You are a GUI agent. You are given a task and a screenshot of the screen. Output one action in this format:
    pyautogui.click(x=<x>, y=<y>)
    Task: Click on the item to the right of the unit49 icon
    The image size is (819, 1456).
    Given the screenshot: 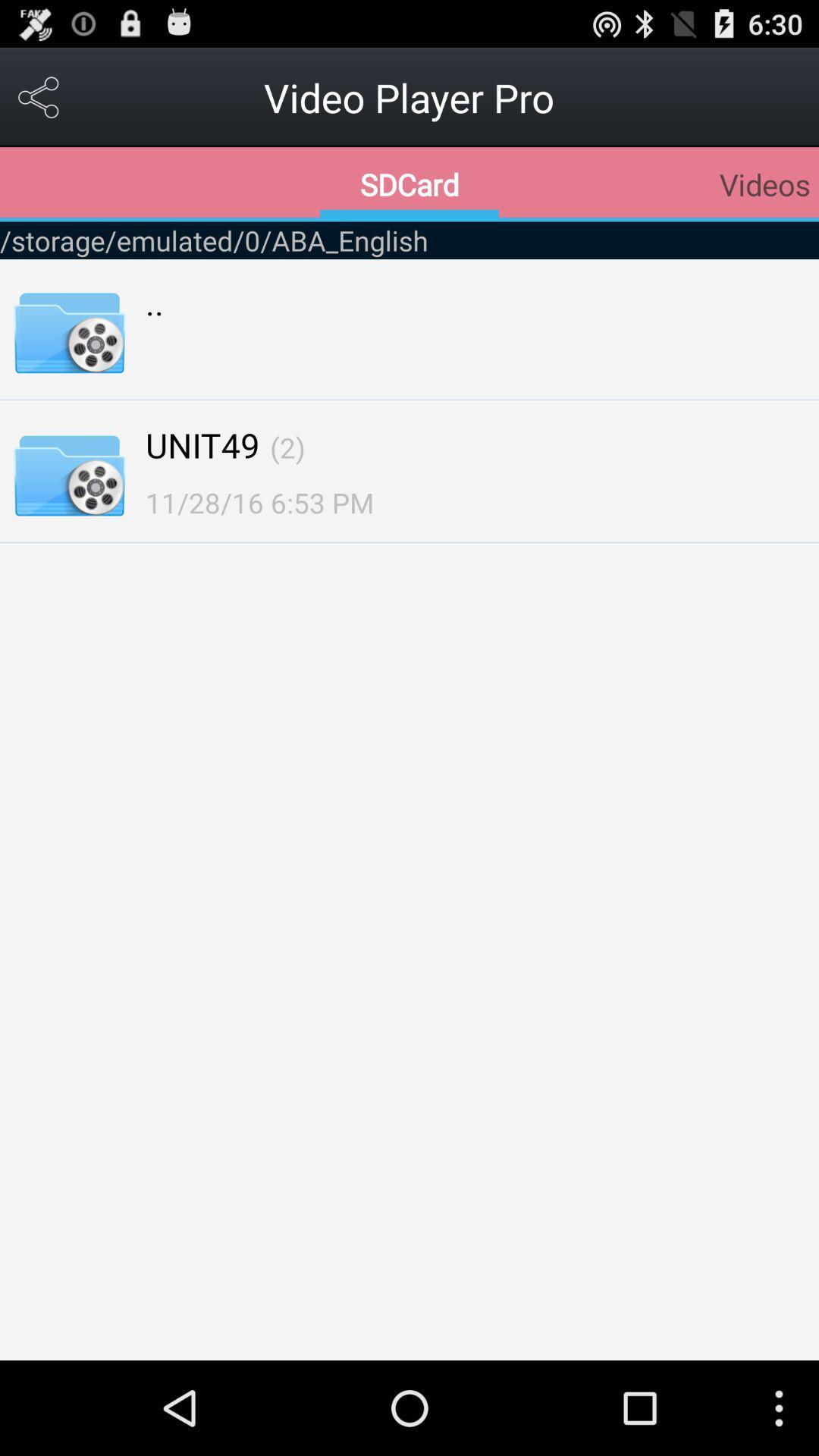 What is the action you would take?
    pyautogui.click(x=287, y=447)
    